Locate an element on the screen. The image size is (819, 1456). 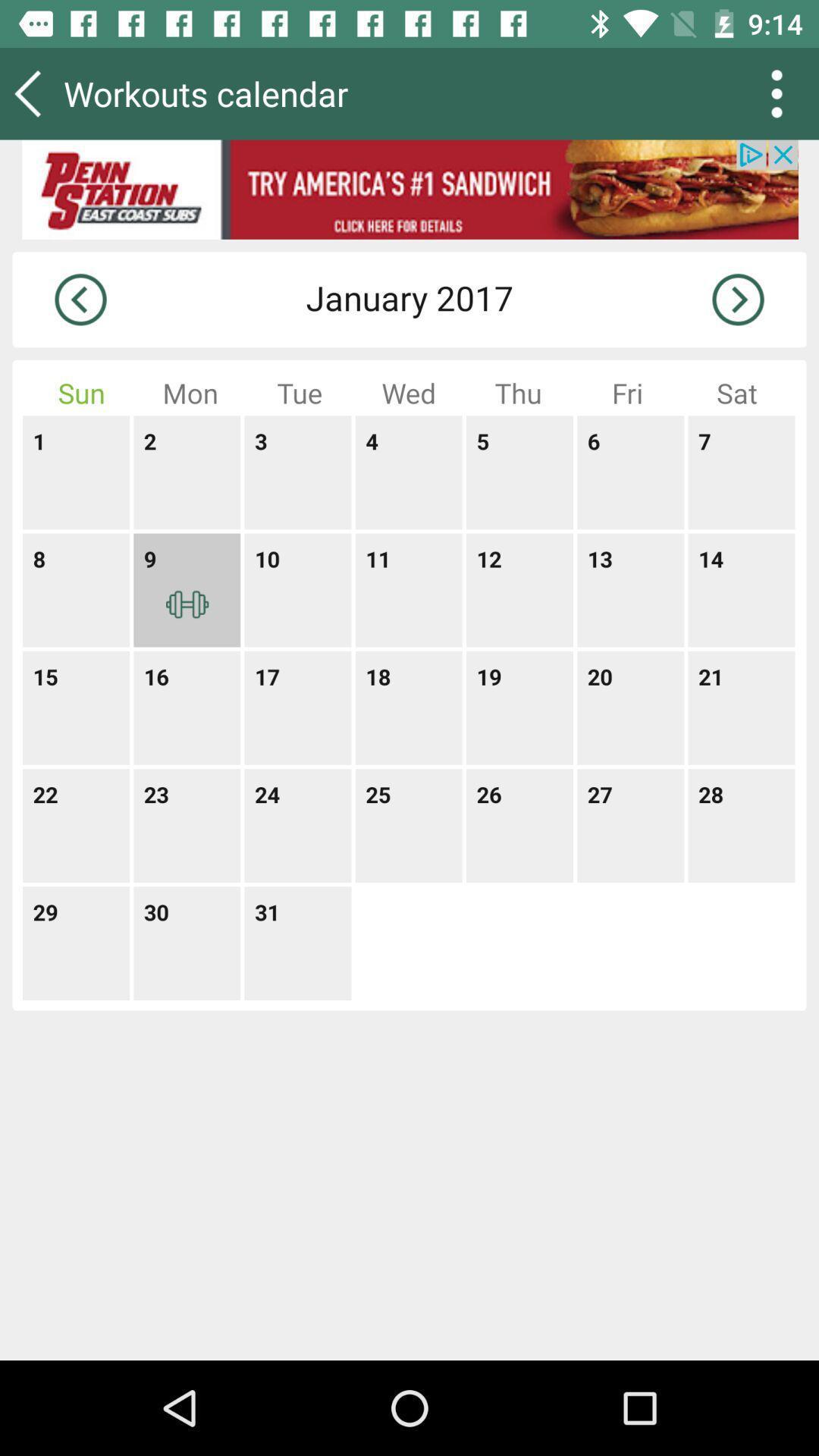
the advertisement is located at coordinates (409, 189).